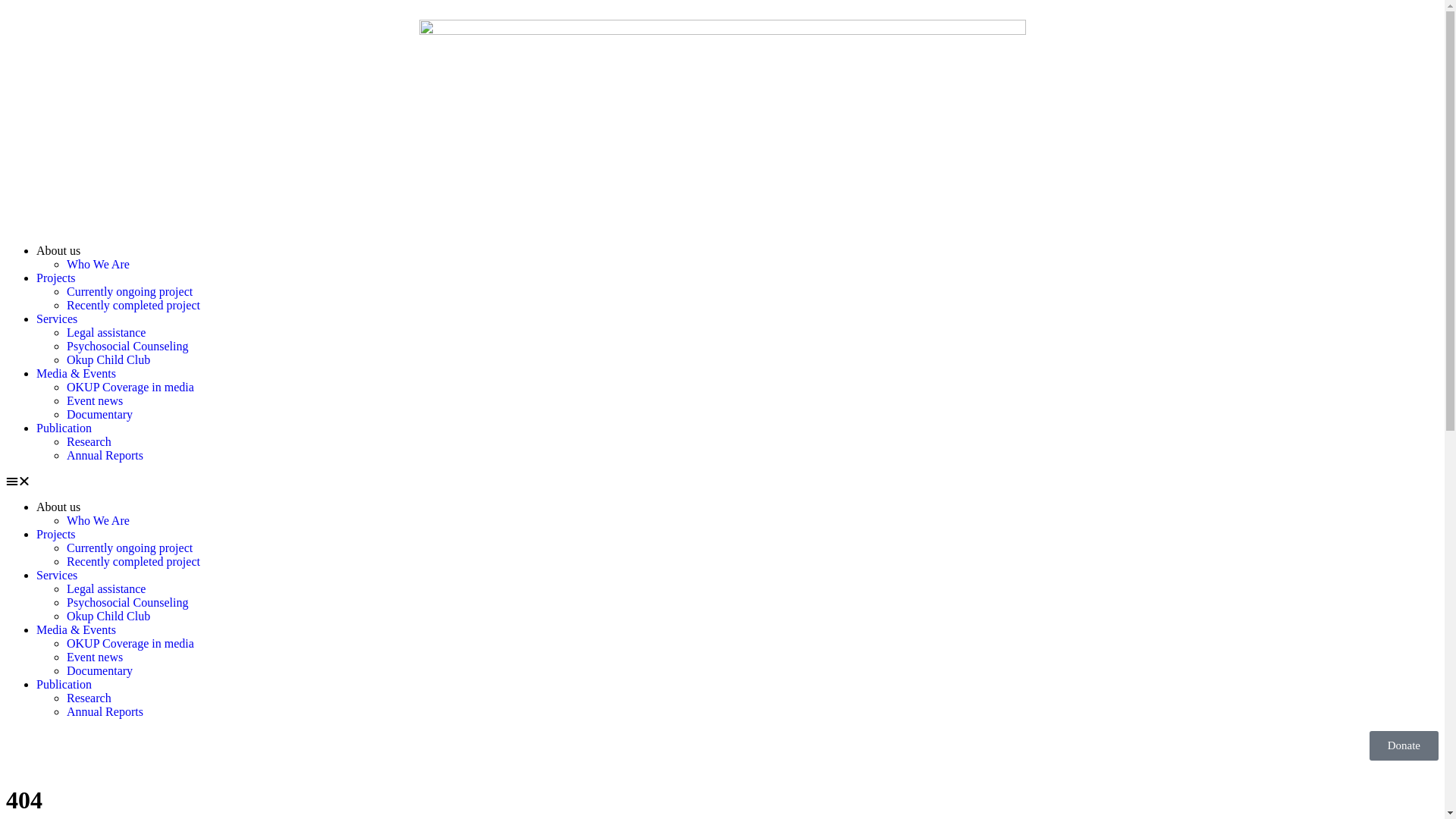  Describe the element at coordinates (130, 643) in the screenshot. I see `'OKUP Coverage in media'` at that location.